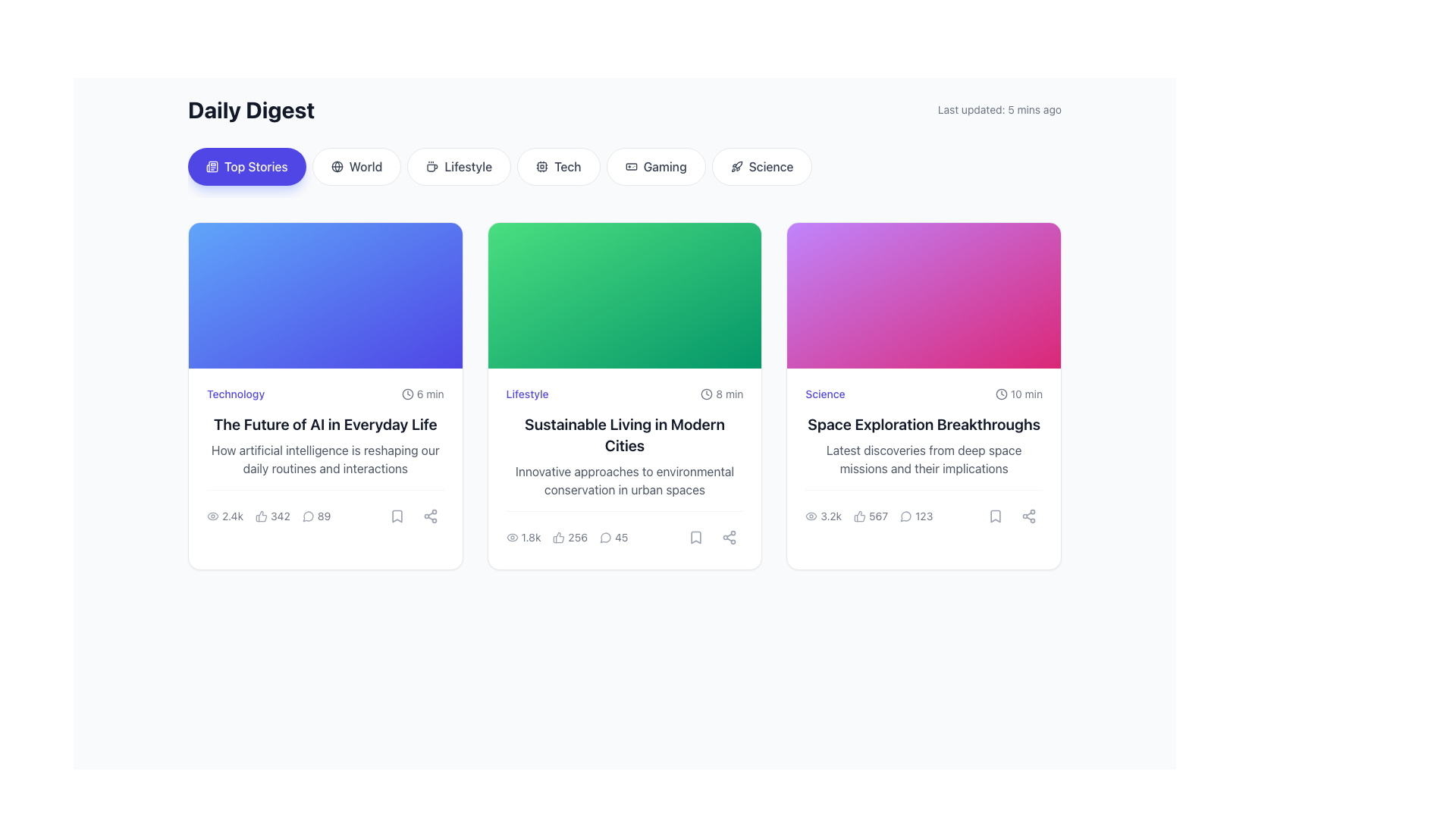  I want to click on the small clock icon with a hollow circular design located within the third card titled 'Space Exploration Breakthroughs', next to '10 min', so click(1001, 394).